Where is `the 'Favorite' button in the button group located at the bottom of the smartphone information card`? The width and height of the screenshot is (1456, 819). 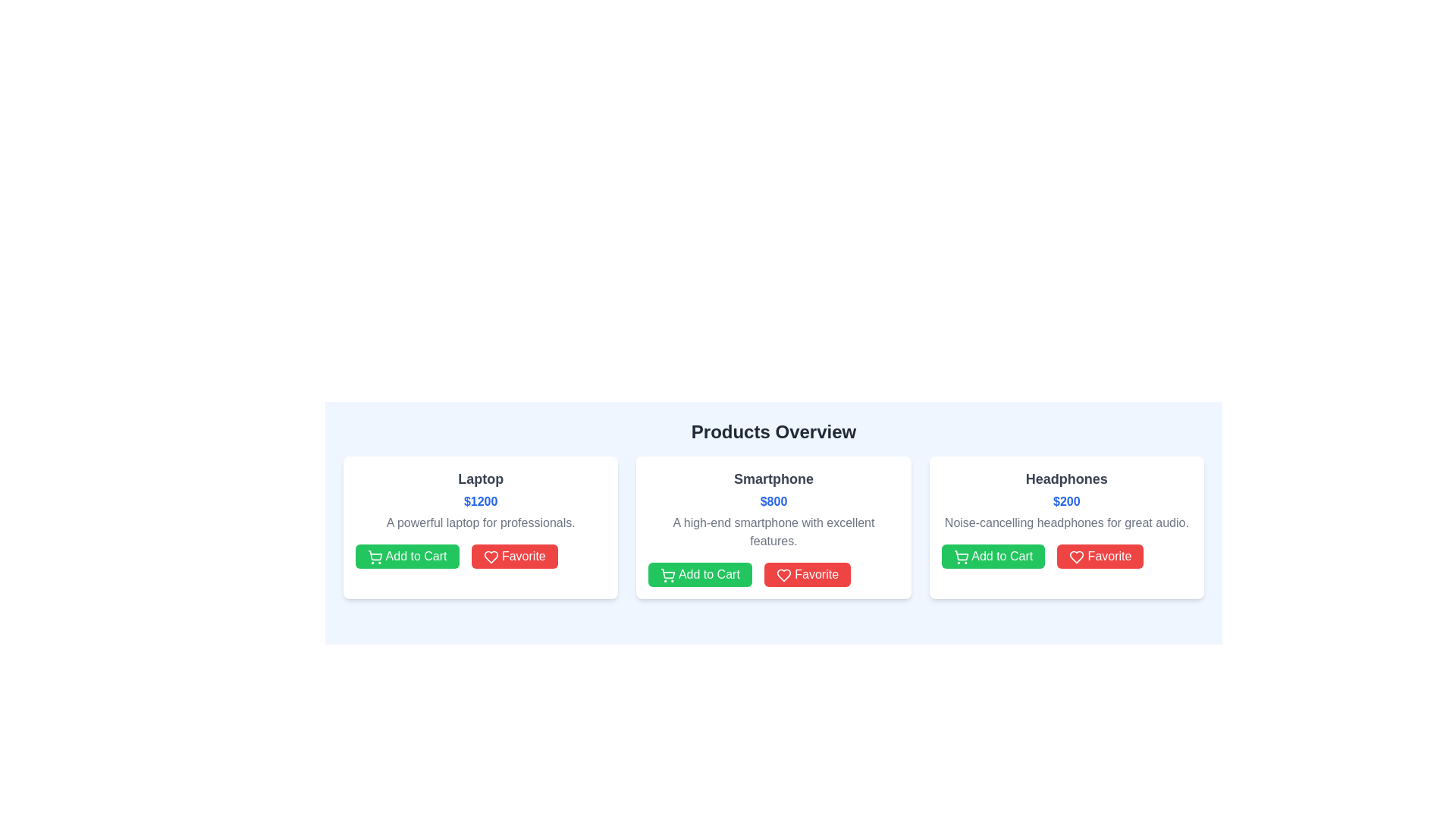
the 'Favorite' button in the button group located at the bottom of the smartphone information card is located at coordinates (773, 575).